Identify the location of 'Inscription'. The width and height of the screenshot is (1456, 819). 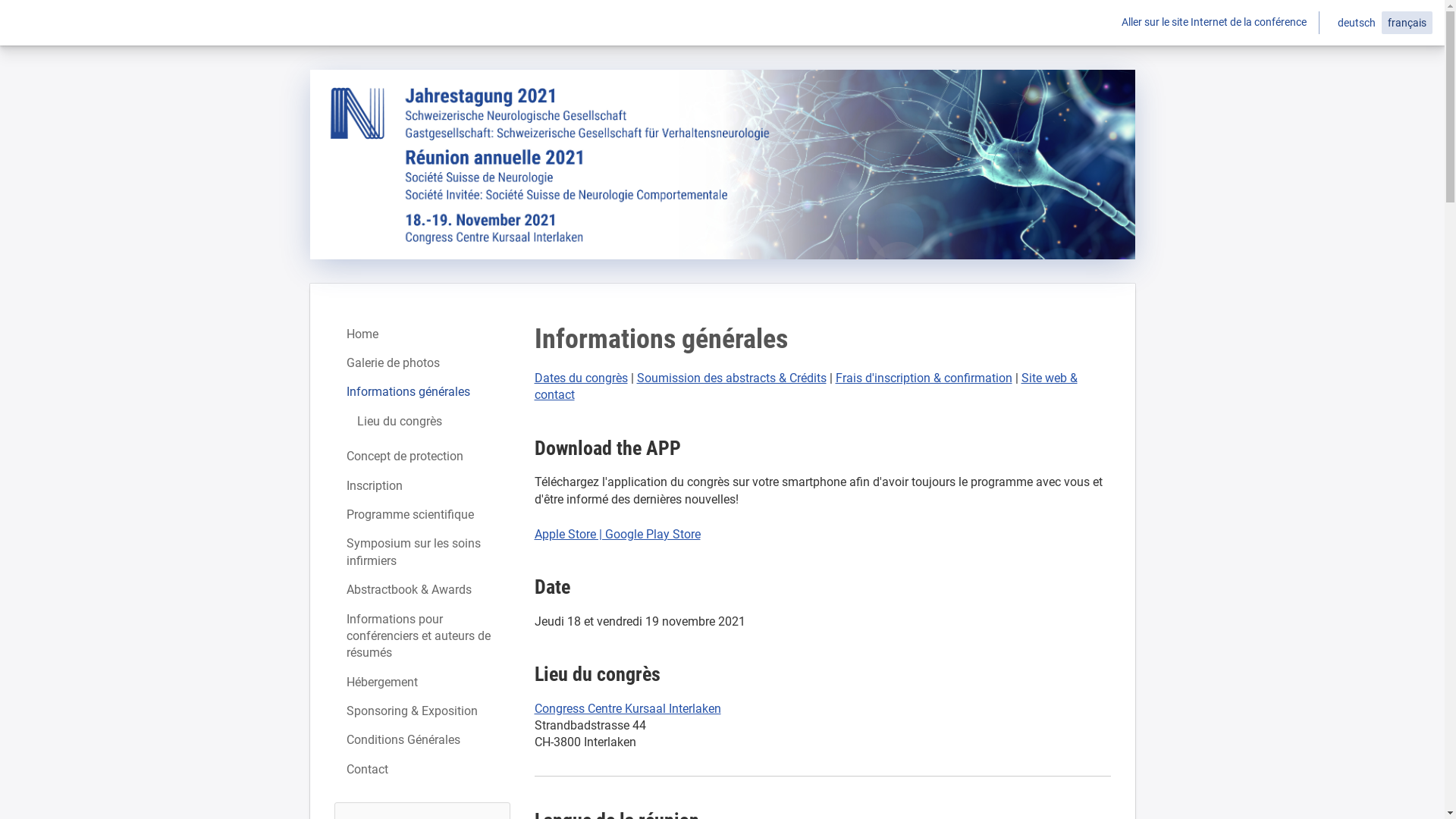
(422, 485).